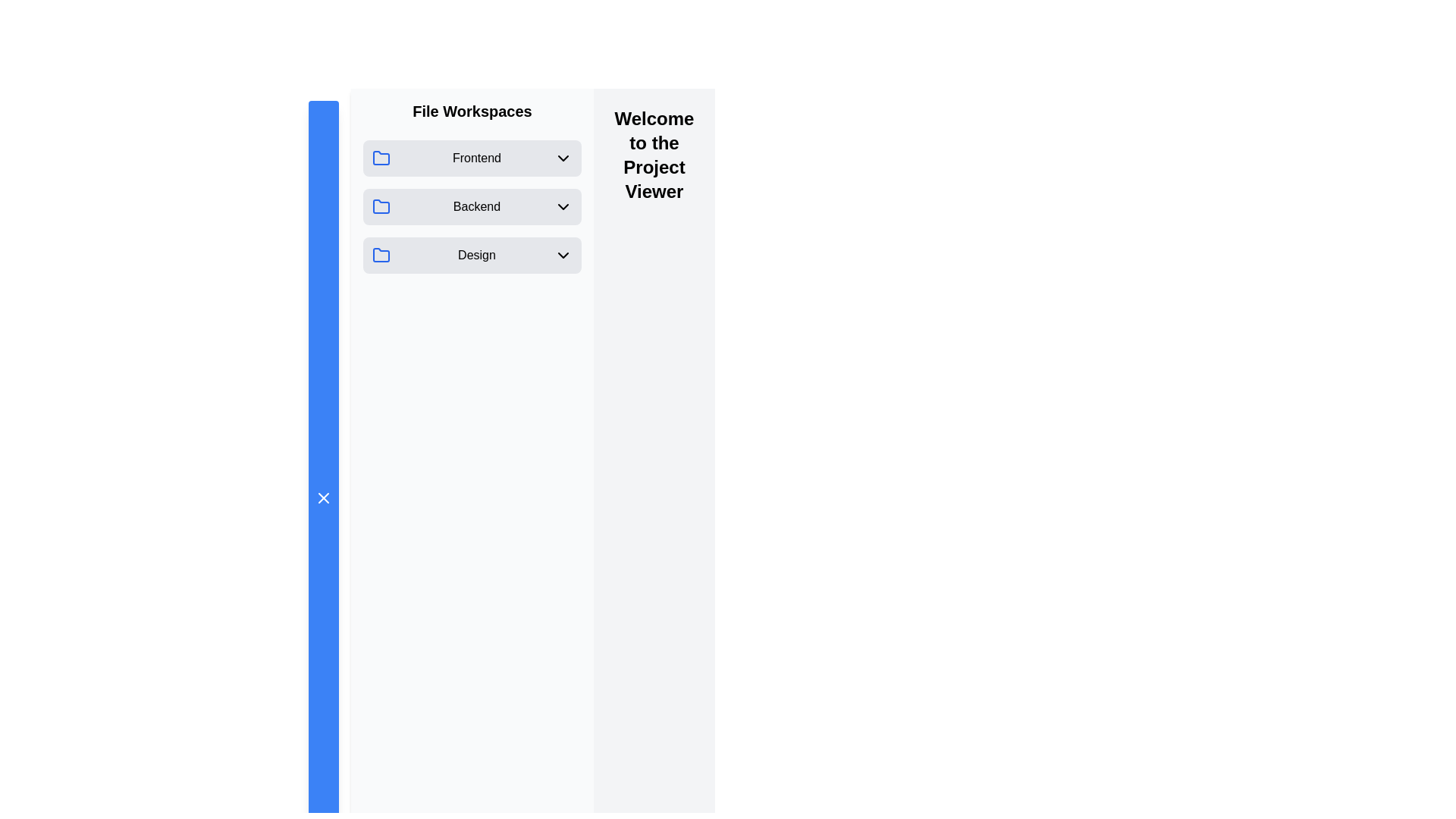  What do you see at coordinates (381, 158) in the screenshot?
I see `the folder icon representing the 'Frontend' workspace located in the left panel under 'File Workspaces', adjacent to the 'Frontend' text label` at bounding box center [381, 158].